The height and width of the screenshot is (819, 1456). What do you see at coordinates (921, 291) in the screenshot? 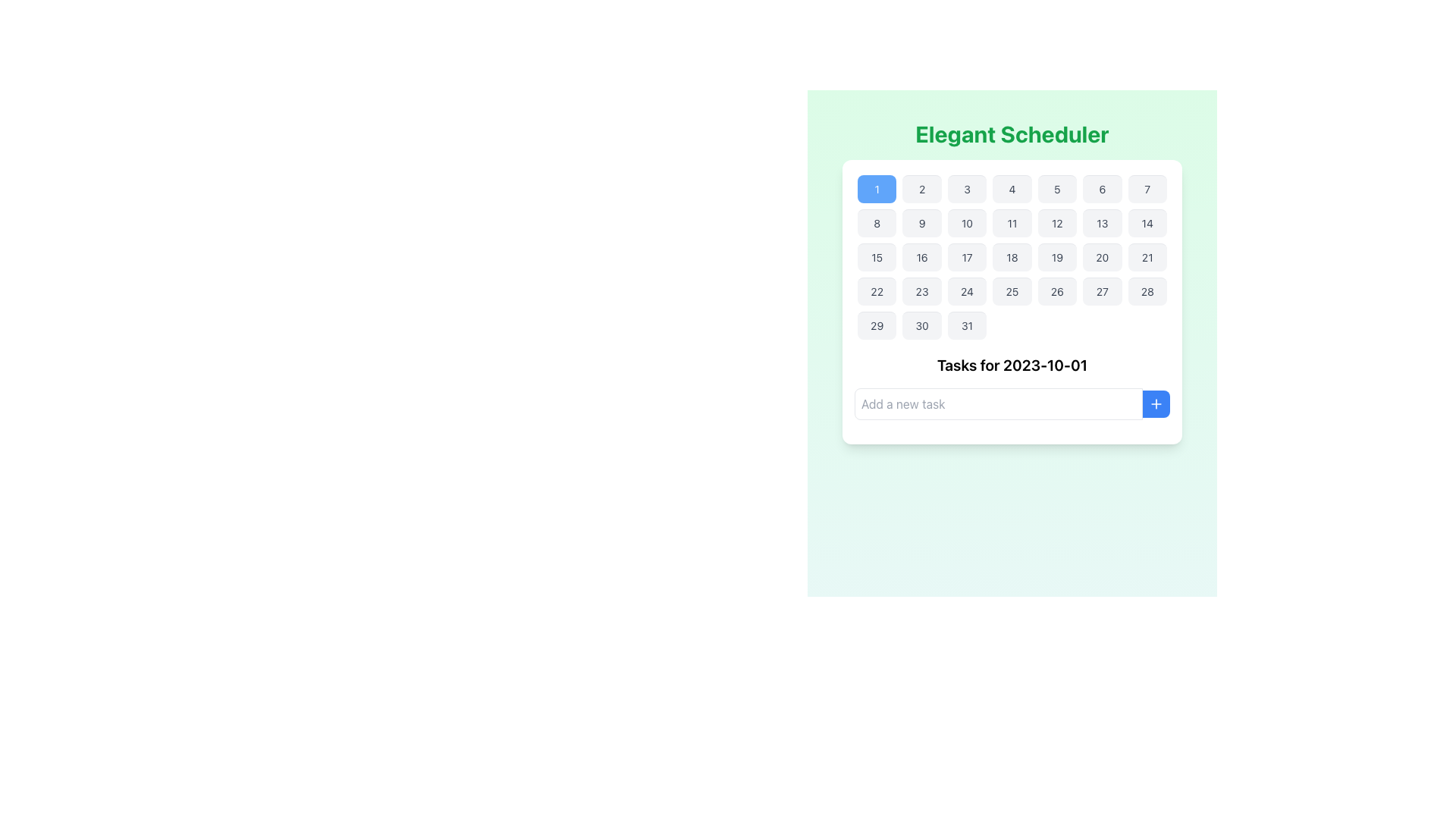
I see `the button representing the '23' date in the calendar view` at bounding box center [921, 291].